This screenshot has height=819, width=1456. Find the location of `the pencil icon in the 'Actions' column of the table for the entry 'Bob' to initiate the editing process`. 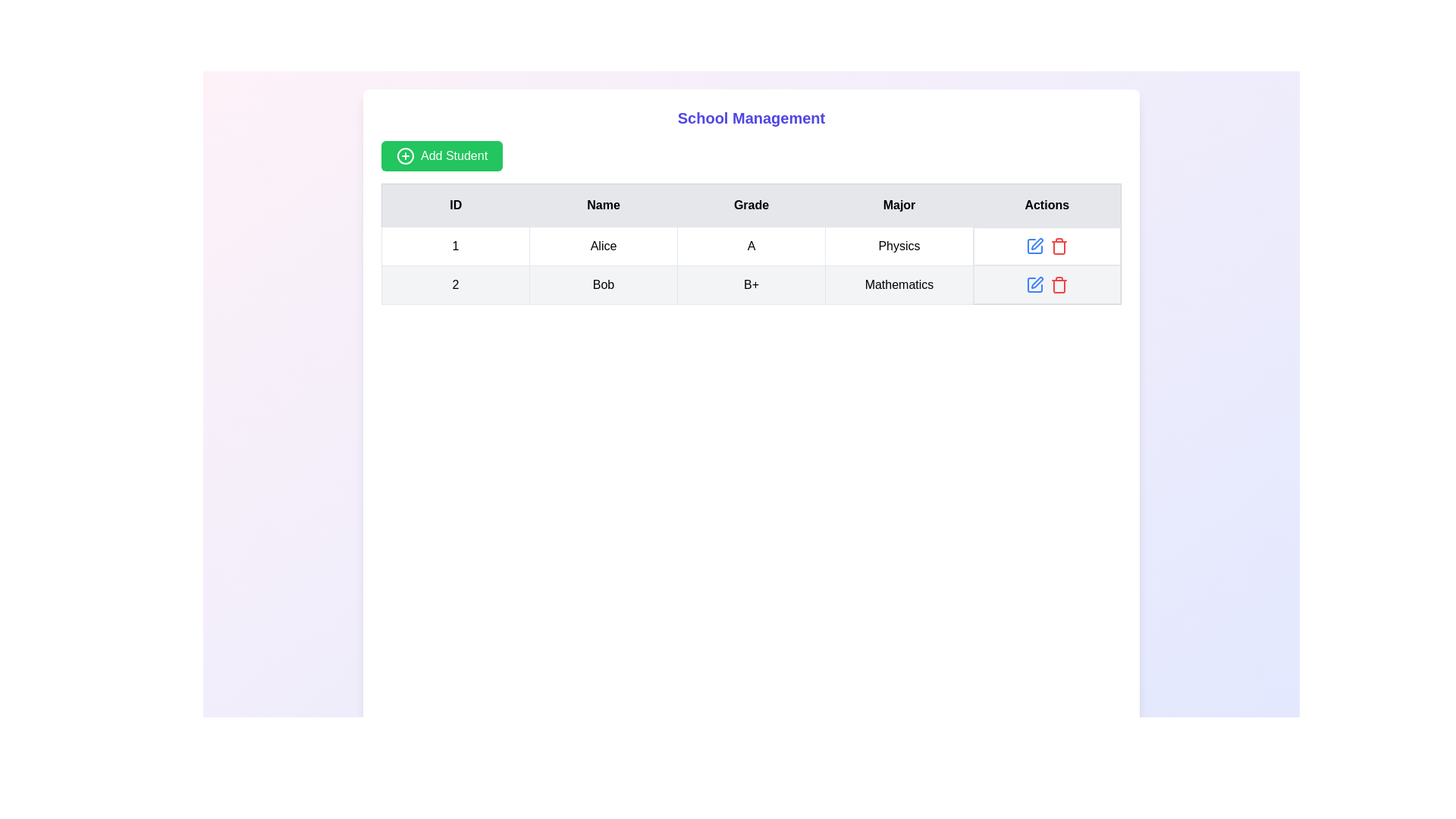

the pencil icon in the 'Actions' column of the table for the entry 'Bob' to initiate the editing process is located at coordinates (1036, 243).